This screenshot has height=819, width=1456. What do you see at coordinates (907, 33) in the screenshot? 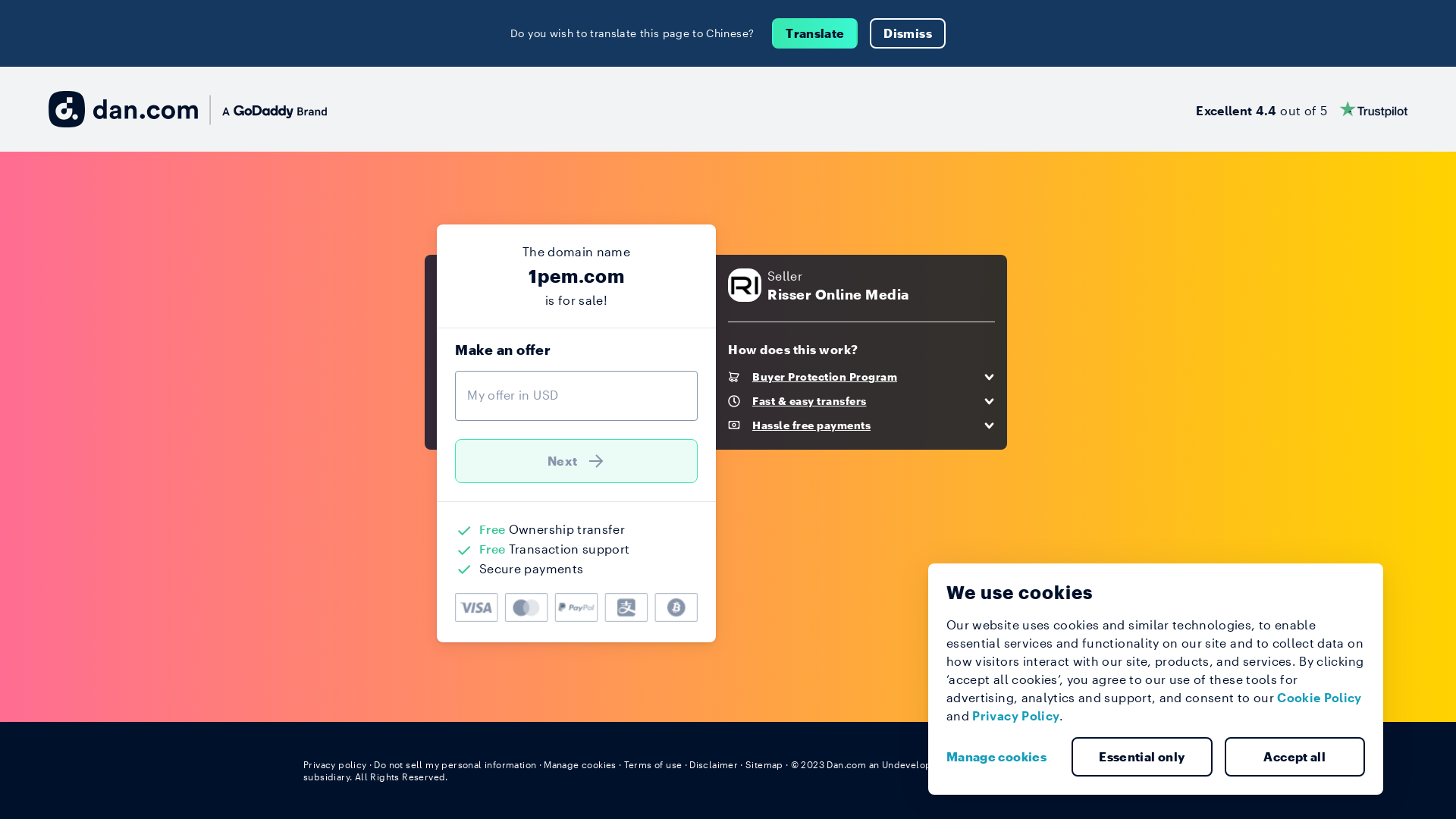
I see `'Dismiss'` at bounding box center [907, 33].